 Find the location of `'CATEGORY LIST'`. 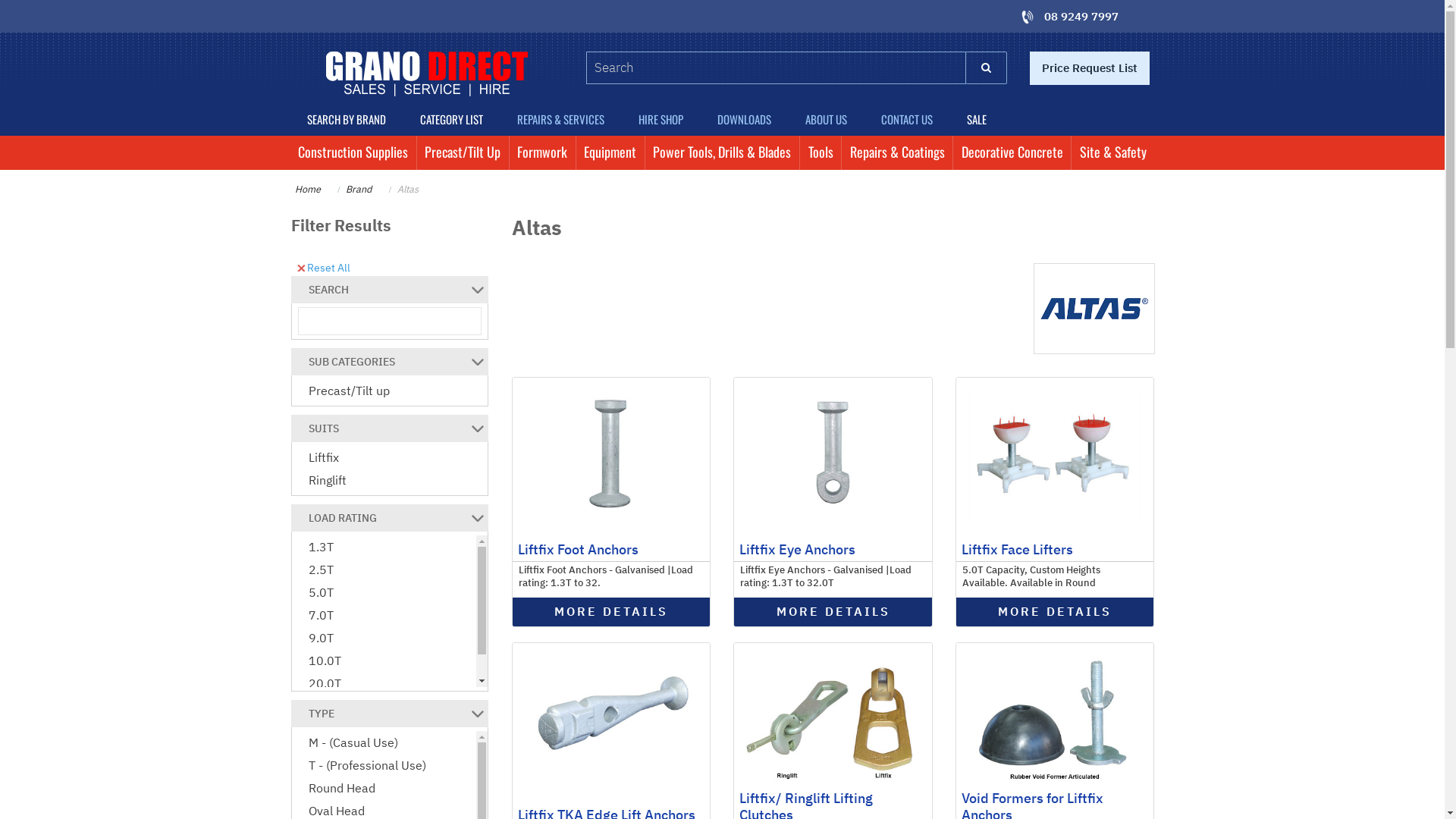

'CATEGORY LIST' is located at coordinates (450, 119).